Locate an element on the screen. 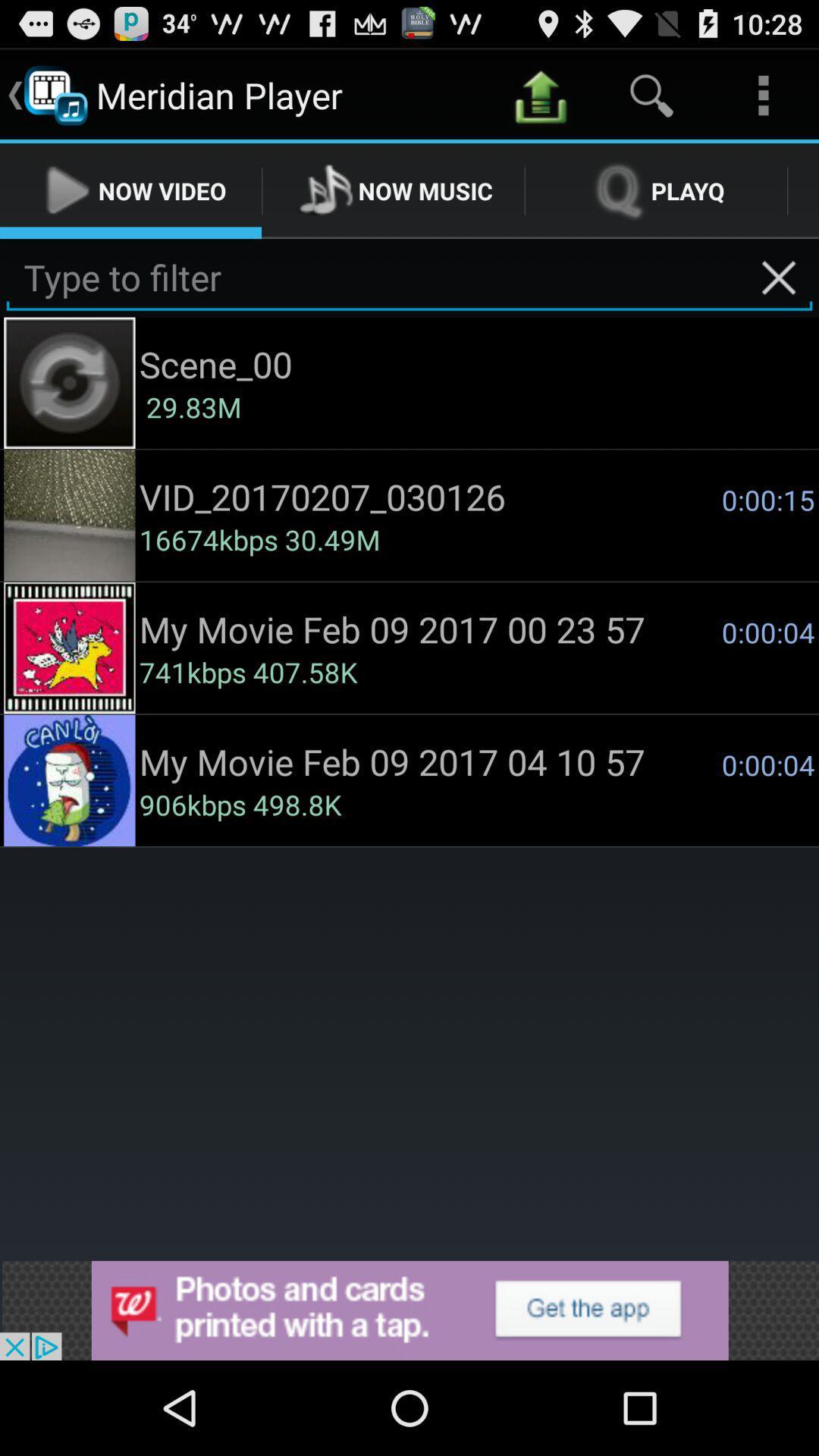 Image resolution: width=819 pixels, height=1456 pixels. search icon is located at coordinates (651, 94).